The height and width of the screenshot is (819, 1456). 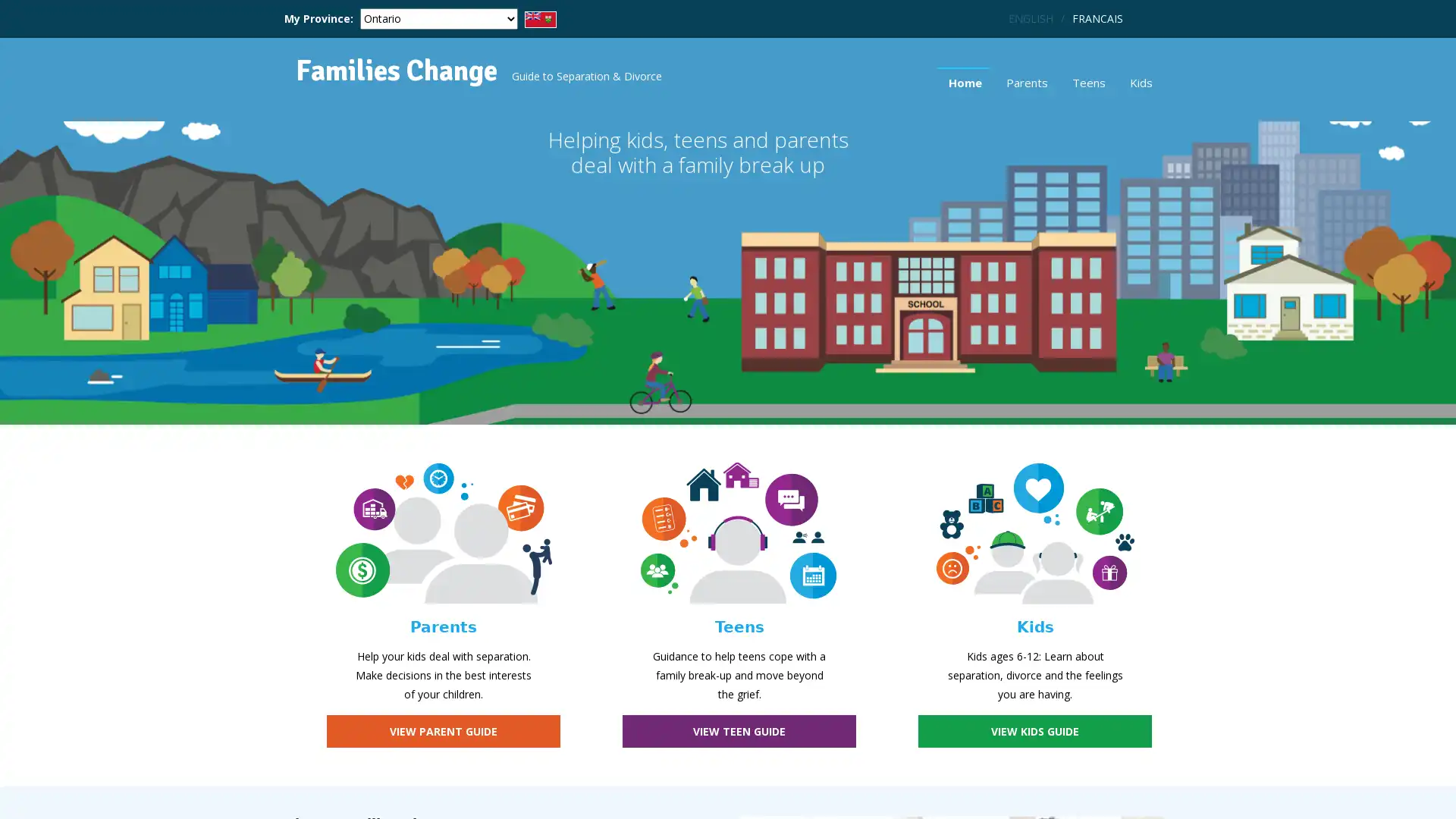 I want to click on VIEW PARENT GUIDE, so click(x=443, y=730).